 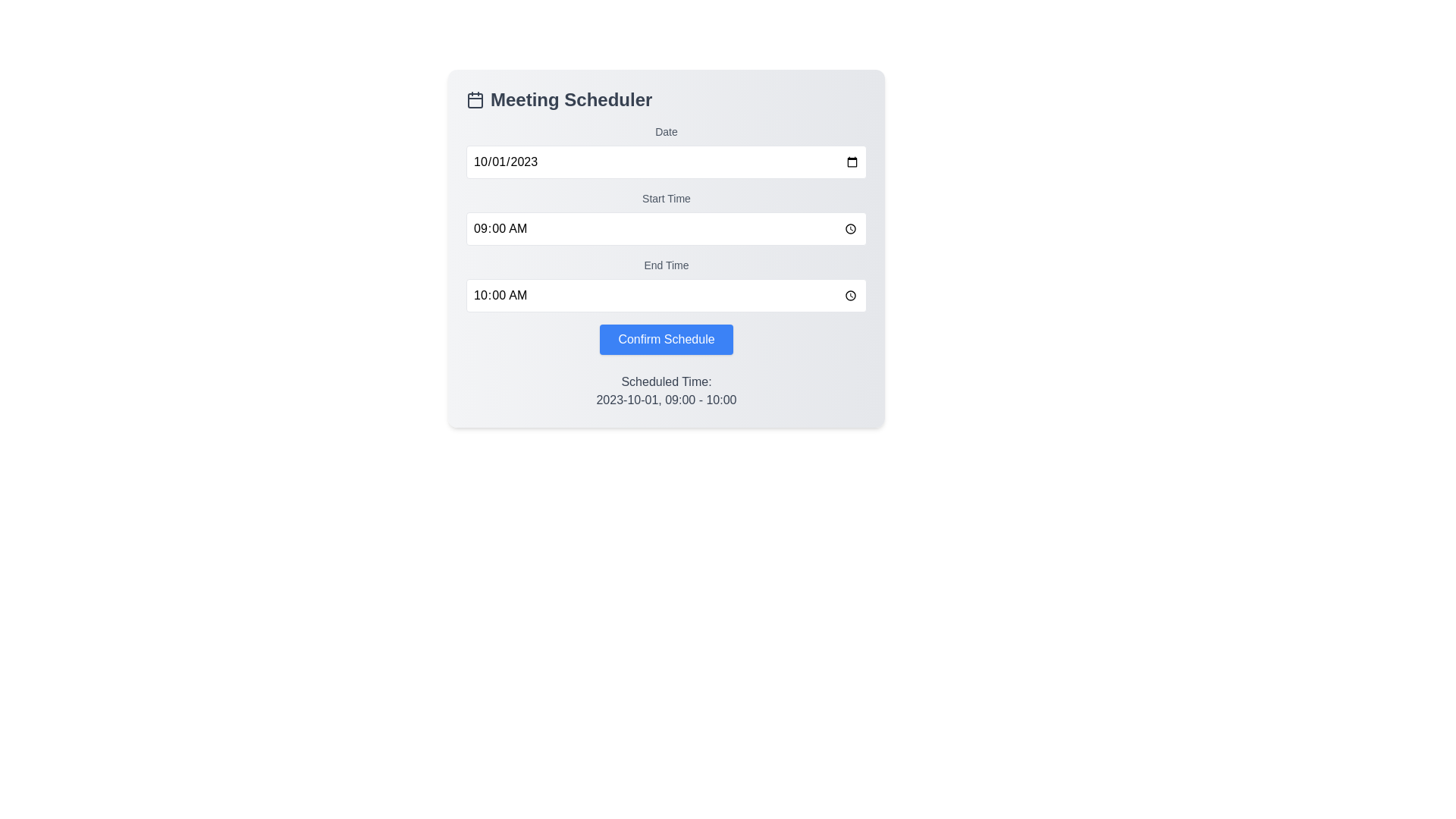 What do you see at coordinates (666, 162) in the screenshot?
I see `the Date input field in the 'Meeting Scheduler' panel to input a date by using the tab key` at bounding box center [666, 162].